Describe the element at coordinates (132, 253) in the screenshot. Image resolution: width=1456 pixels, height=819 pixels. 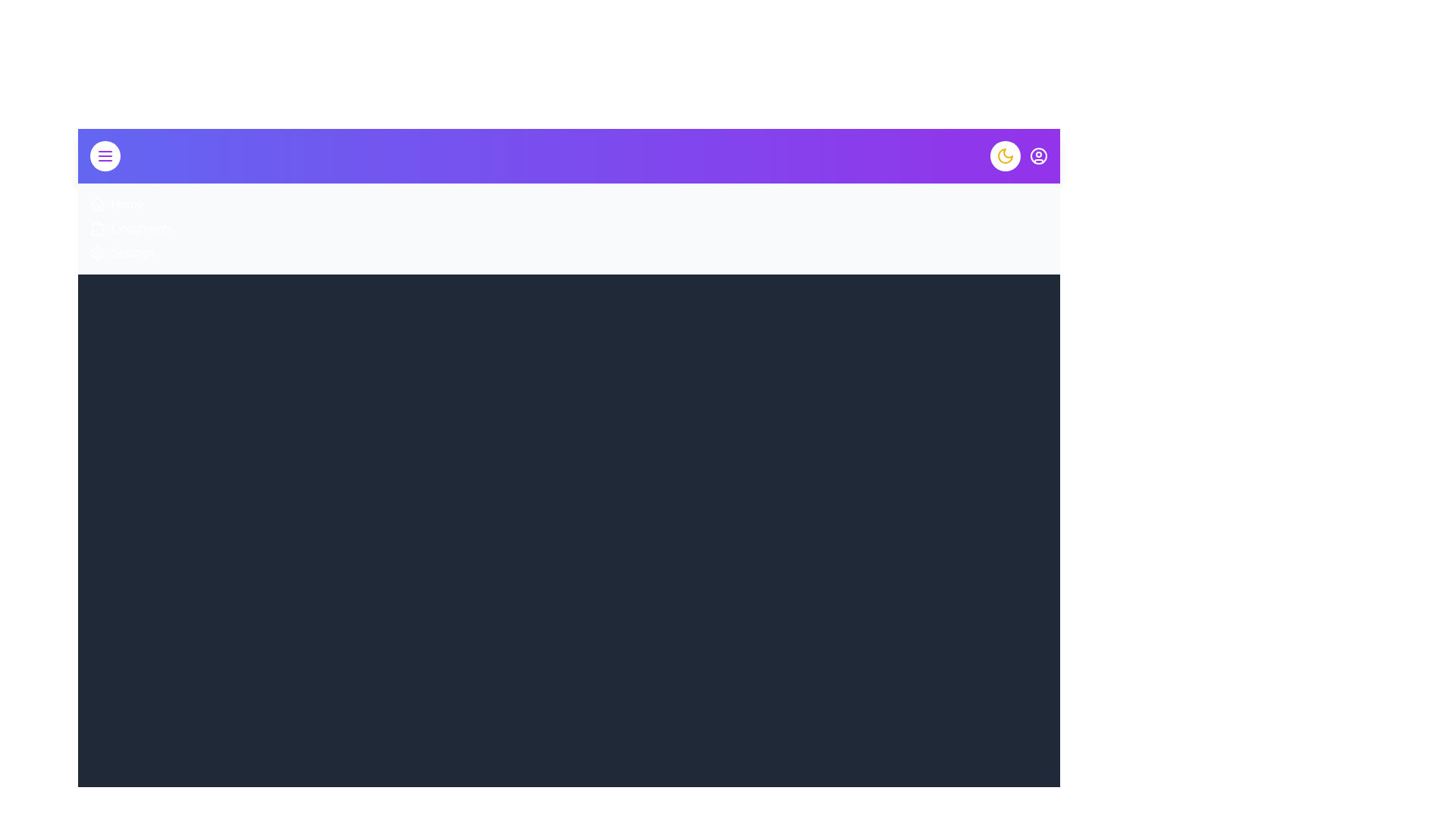
I see `the menu item Settings` at that location.